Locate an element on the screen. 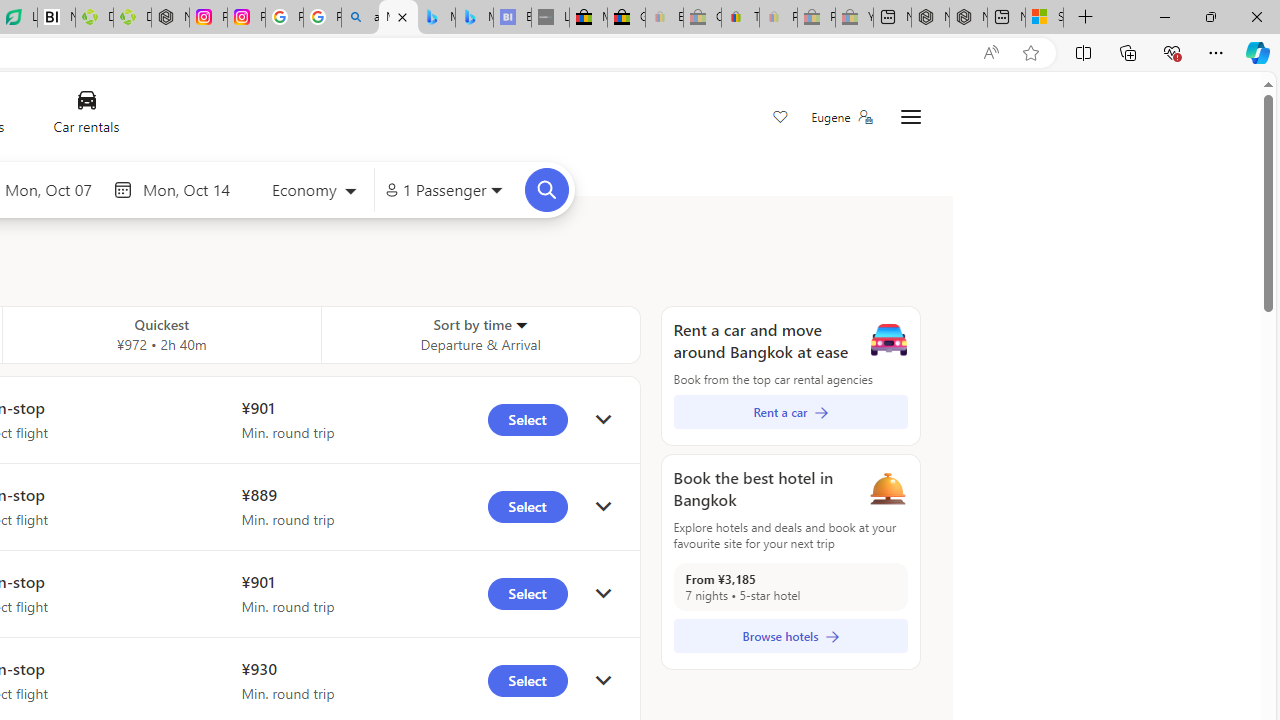 This screenshot has height=720, width=1280. 'End date' is located at coordinates (191, 189).